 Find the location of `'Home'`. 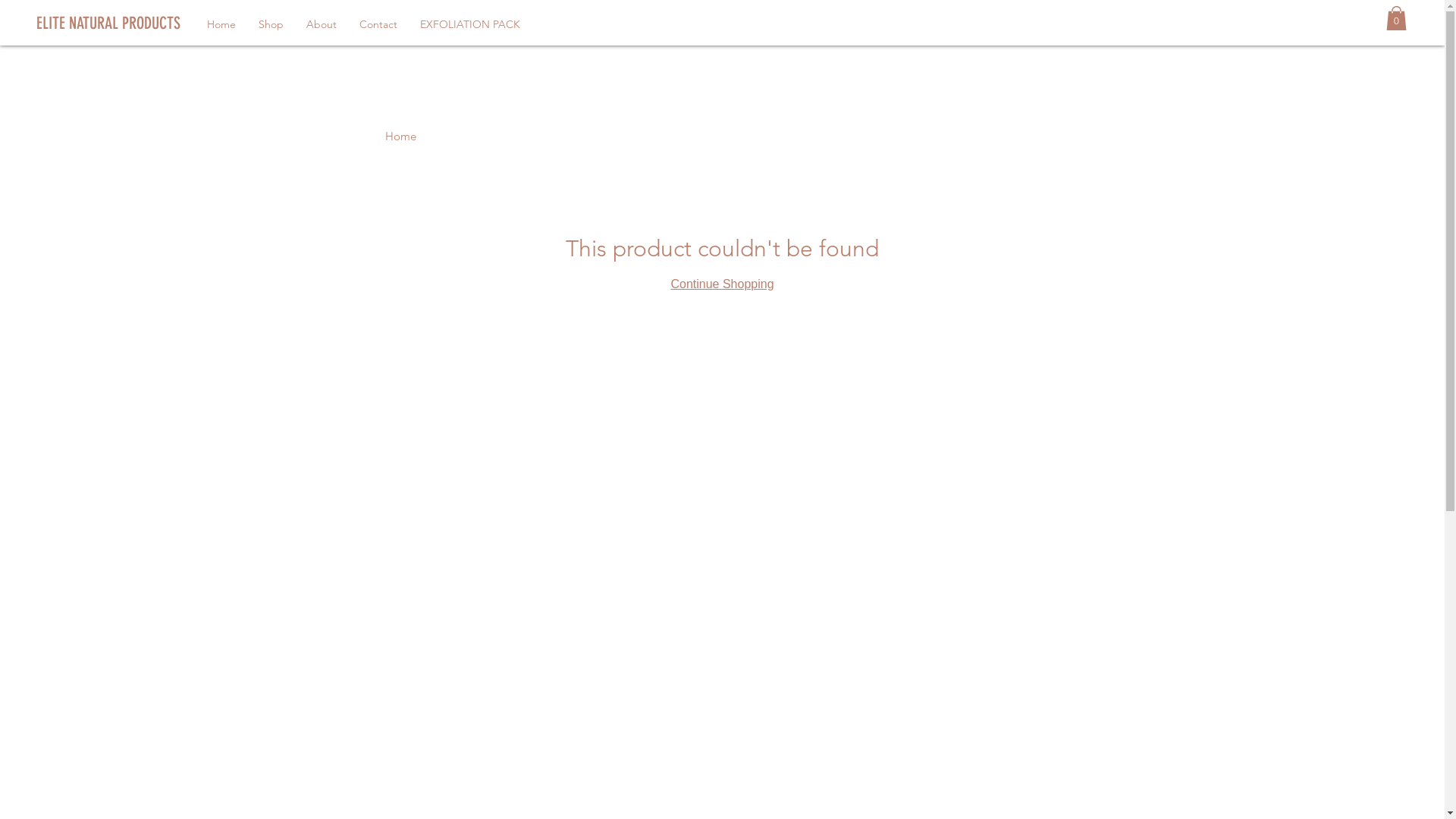

'Home' is located at coordinates (221, 24).